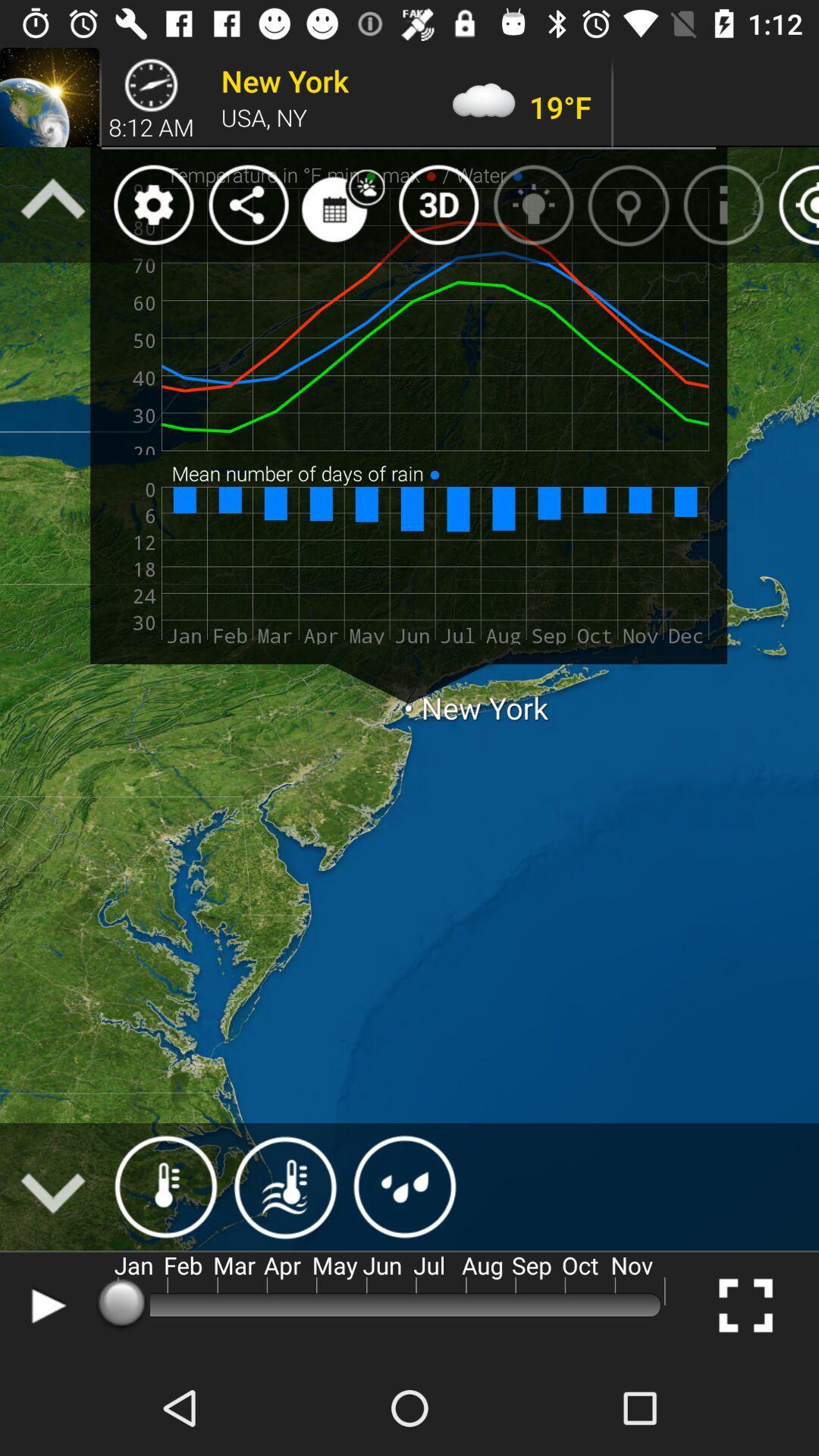  What do you see at coordinates (285, 1186) in the screenshot?
I see `the weather icon` at bounding box center [285, 1186].